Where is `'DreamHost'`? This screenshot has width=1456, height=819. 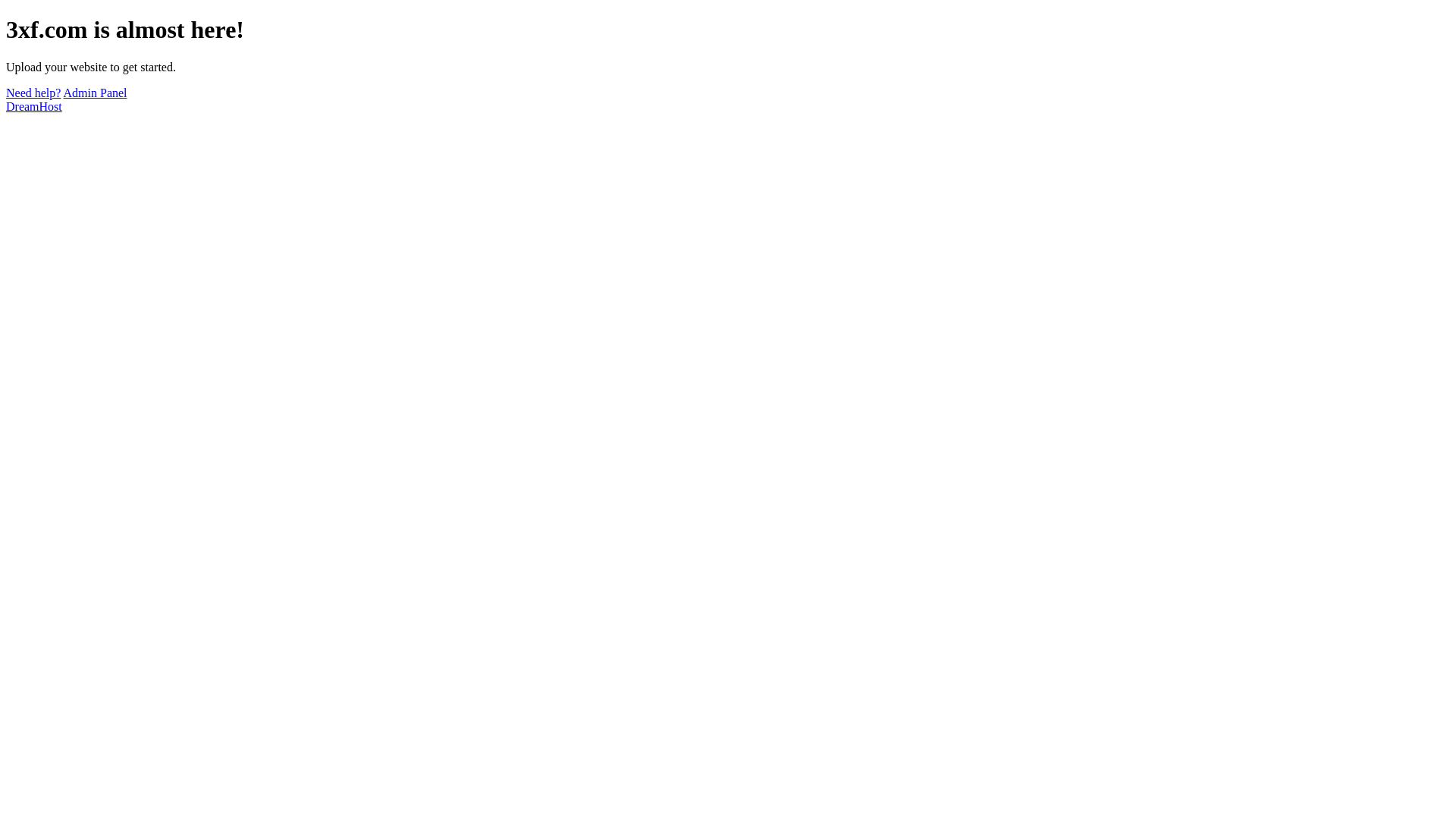
'DreamHost' is located at coordinates (33, 105).